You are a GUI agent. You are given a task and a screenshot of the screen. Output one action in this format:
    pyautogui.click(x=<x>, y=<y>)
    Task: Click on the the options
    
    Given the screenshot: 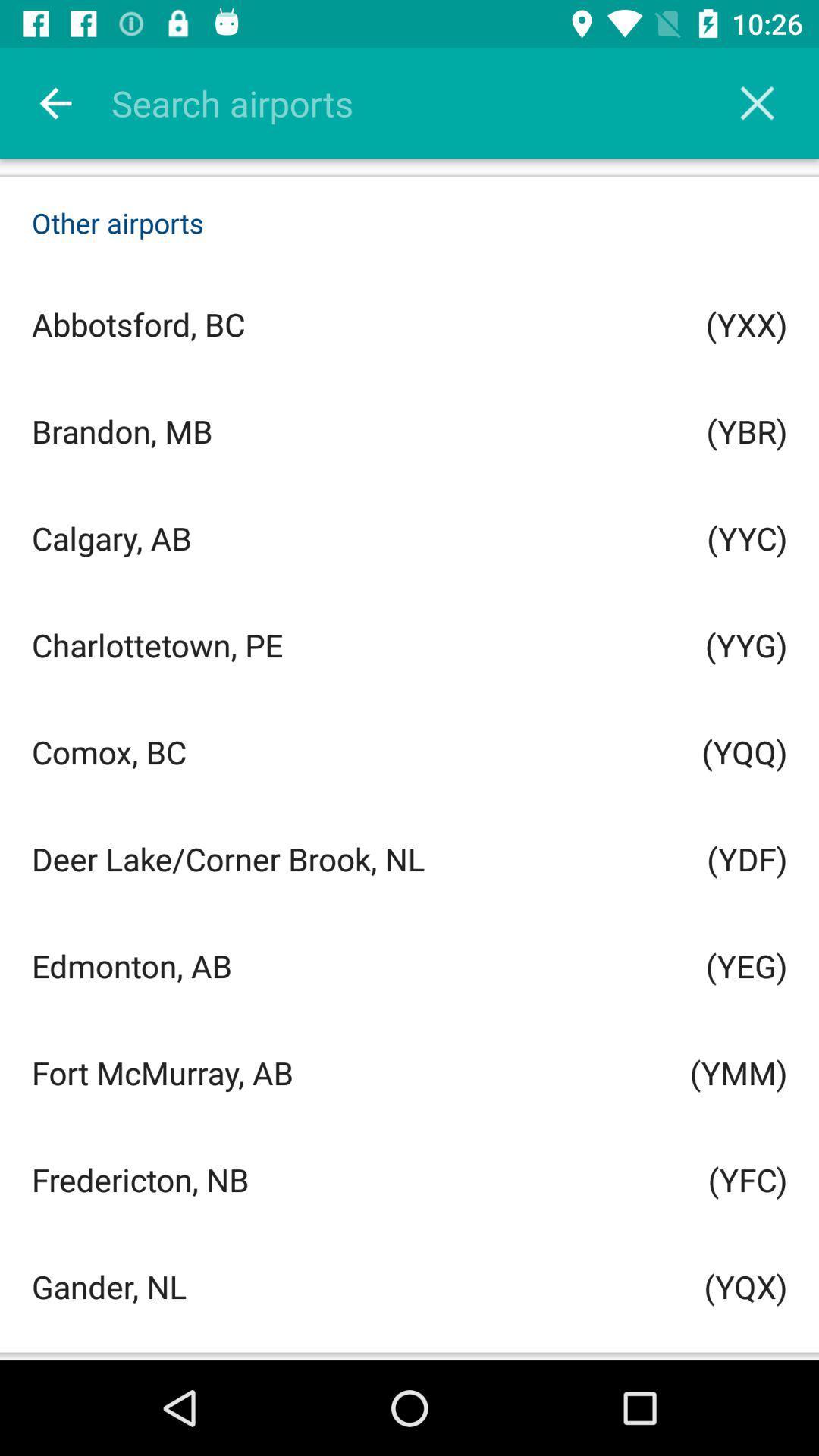 What is the action you would take?
    pyautogui.click(x=757, y=102)
    